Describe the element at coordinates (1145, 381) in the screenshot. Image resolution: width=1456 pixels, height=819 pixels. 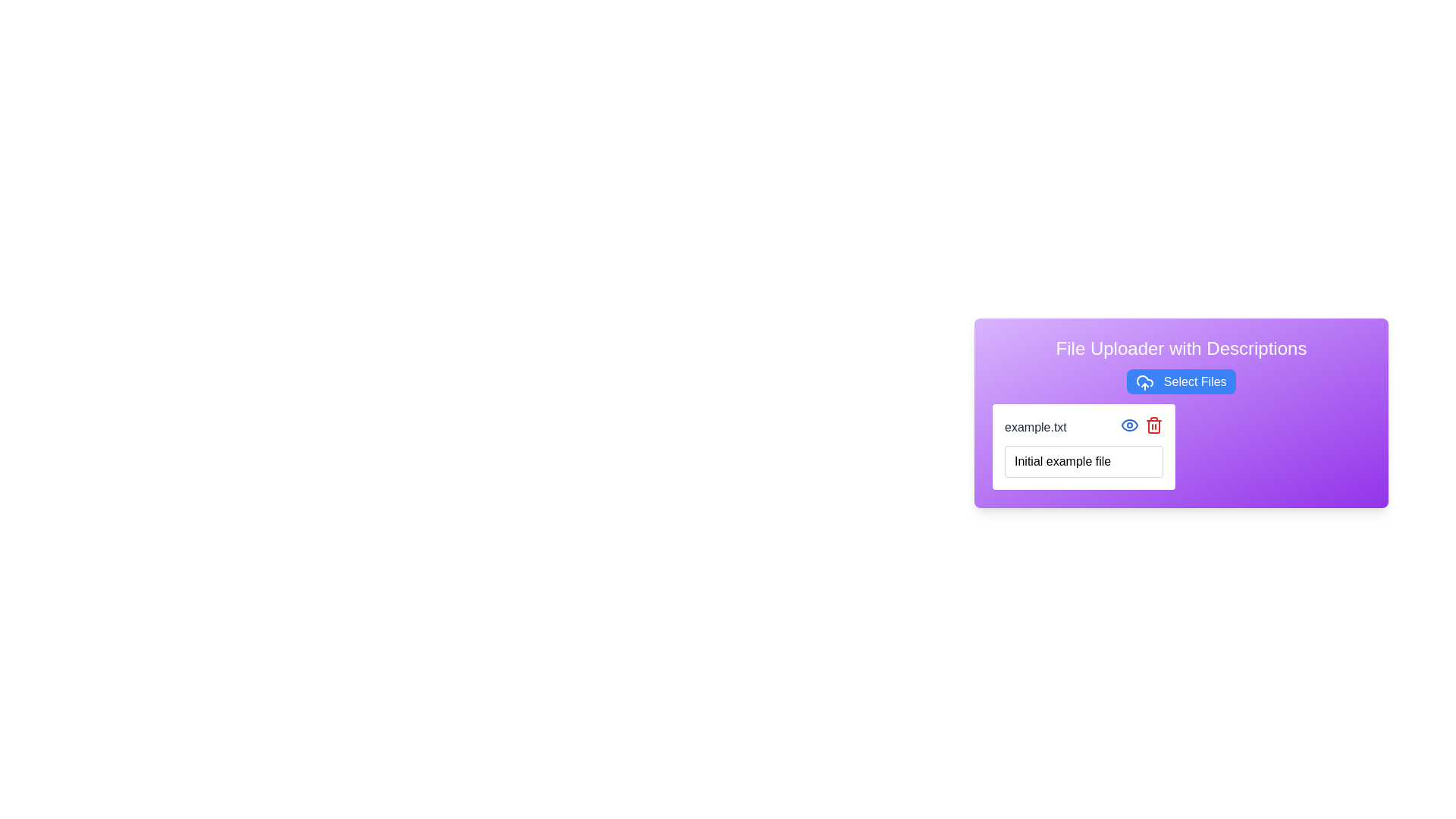
I see `the 'Select Files' button, which includes the upload Icon (SVG) on its left side, to initiate file selection` at that location.